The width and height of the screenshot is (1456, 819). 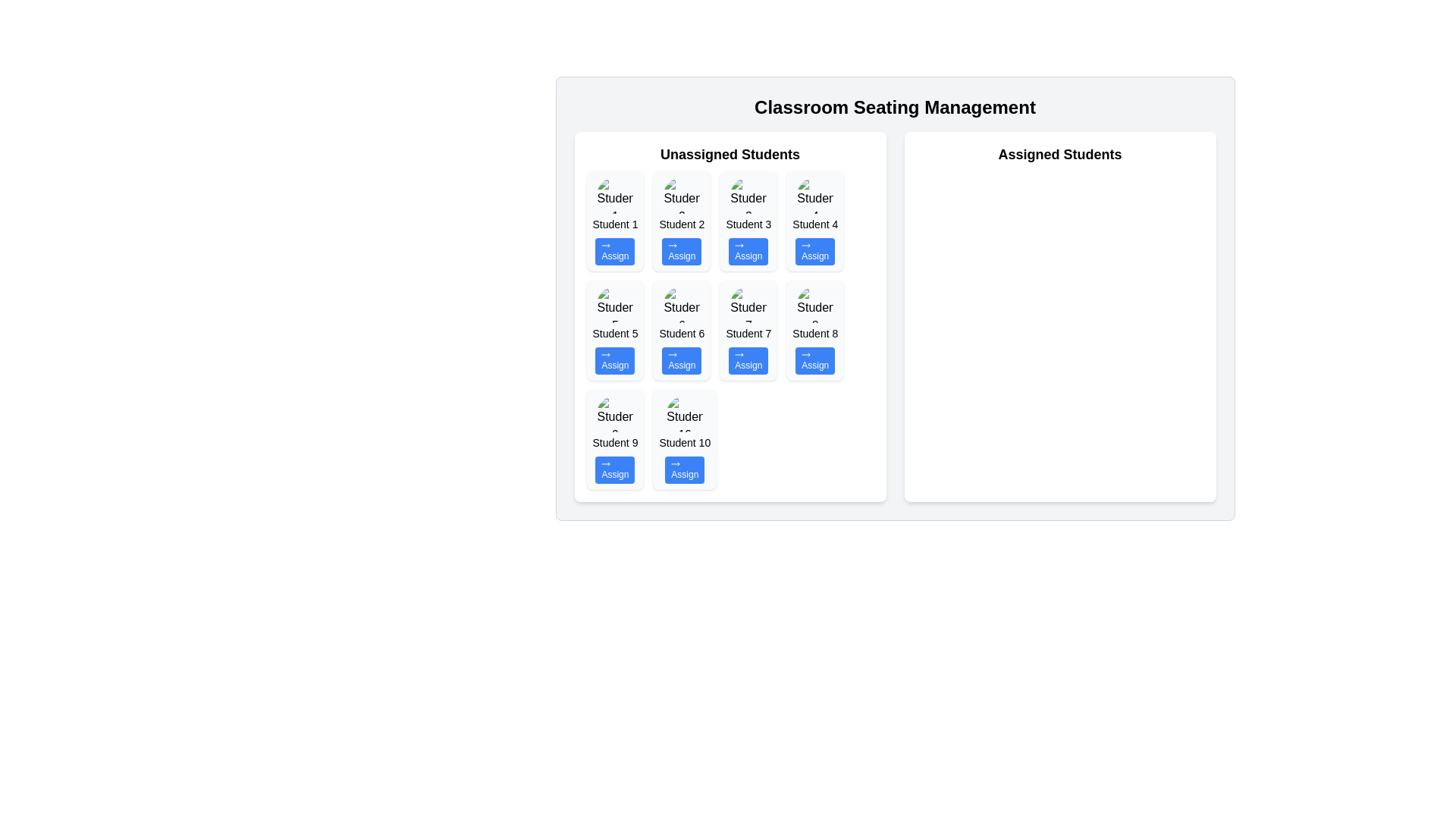 What do you see at coordinates (605, 245) in the screenshot?
I see `the forward action icon located to the left of the 'Assign' button at the bottom of the card for Student 1 in the 'Unassigned Students' panel` at bounding box center [605, 245].